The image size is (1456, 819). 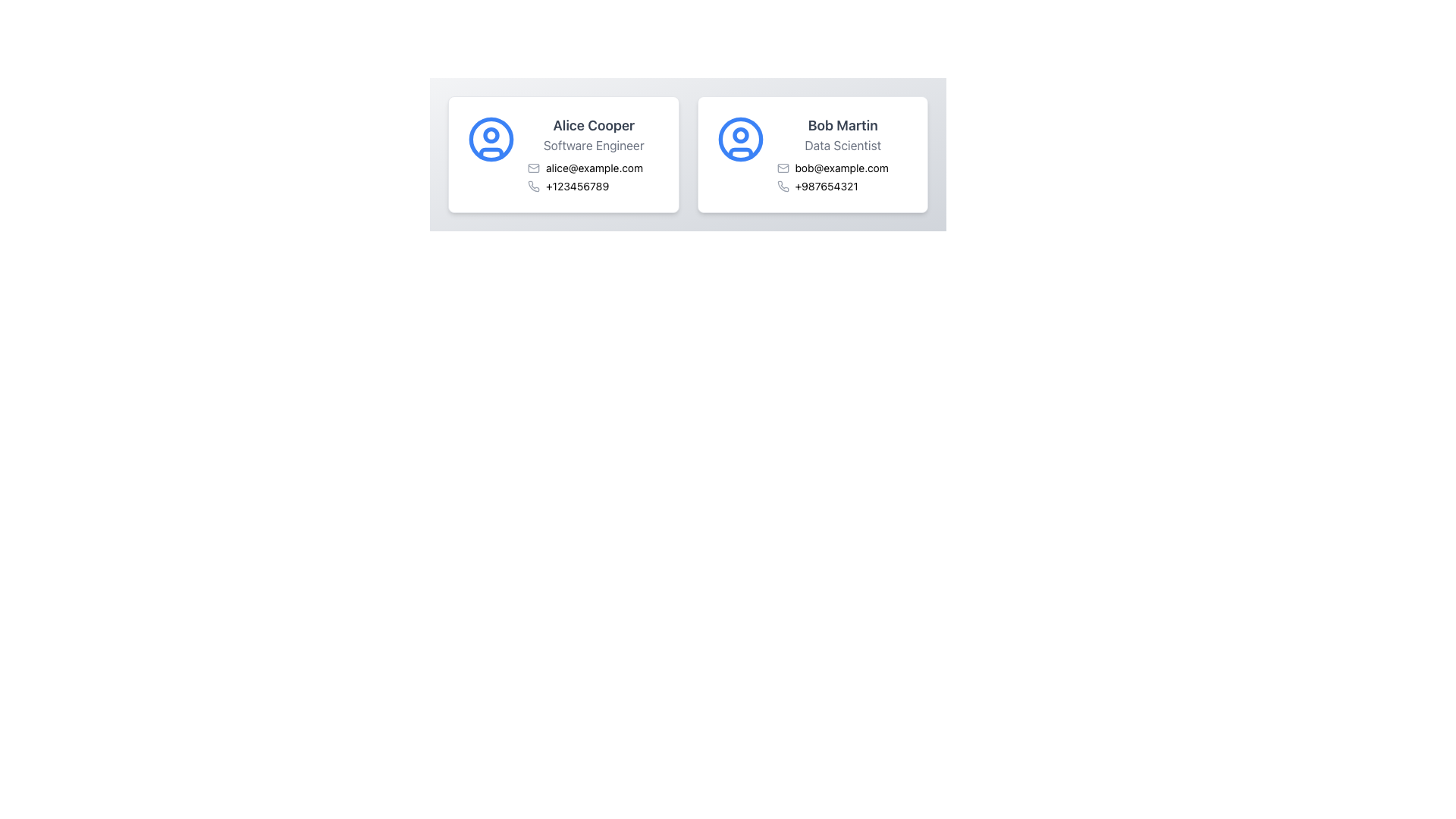 I want to click on the text label displaying the job title of 'Bob Martin', which is positioned below his name and above his email address in the information card, so click(x=842, y=146).